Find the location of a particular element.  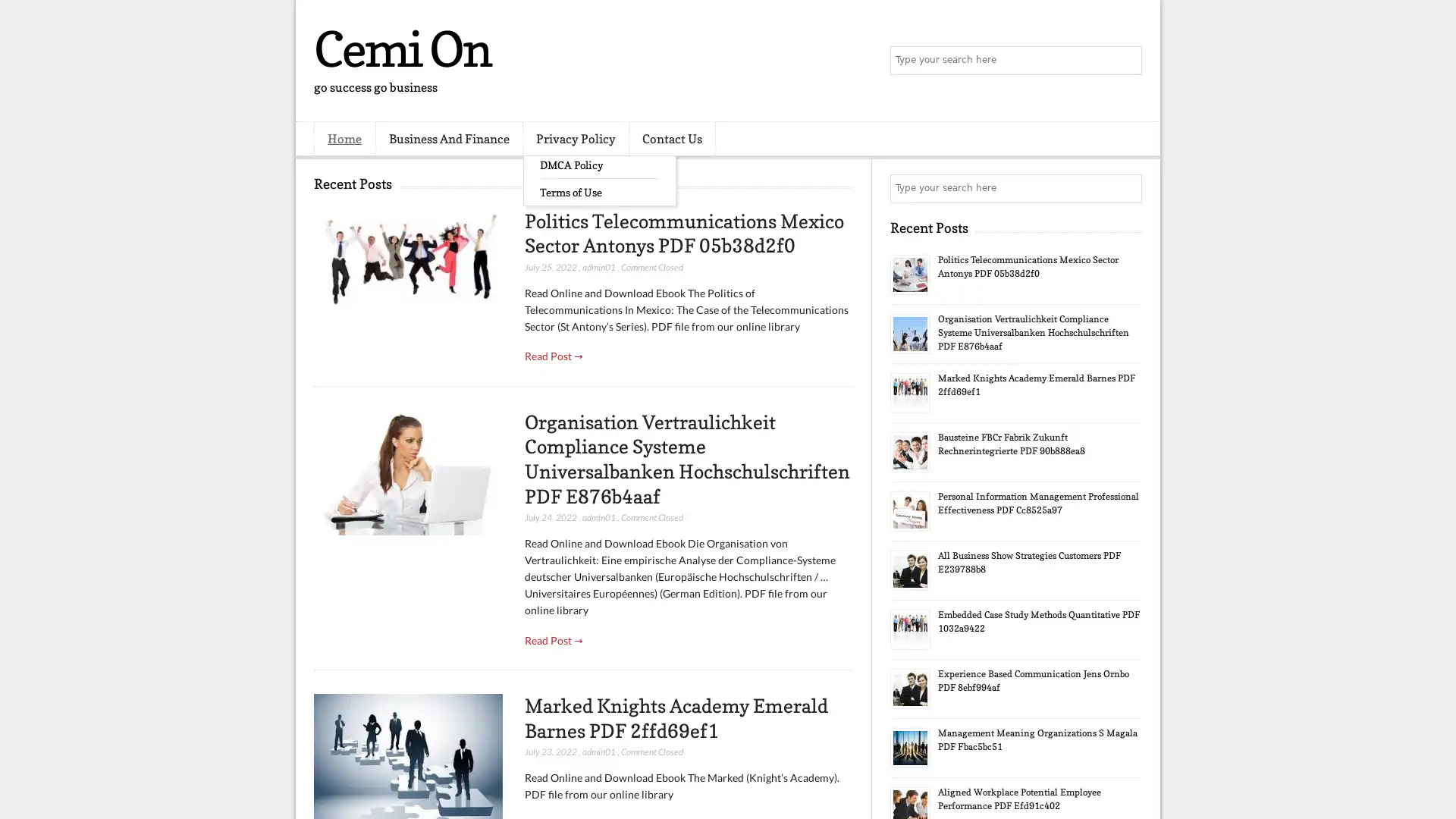

Search is located at coordinates (1126, 61).